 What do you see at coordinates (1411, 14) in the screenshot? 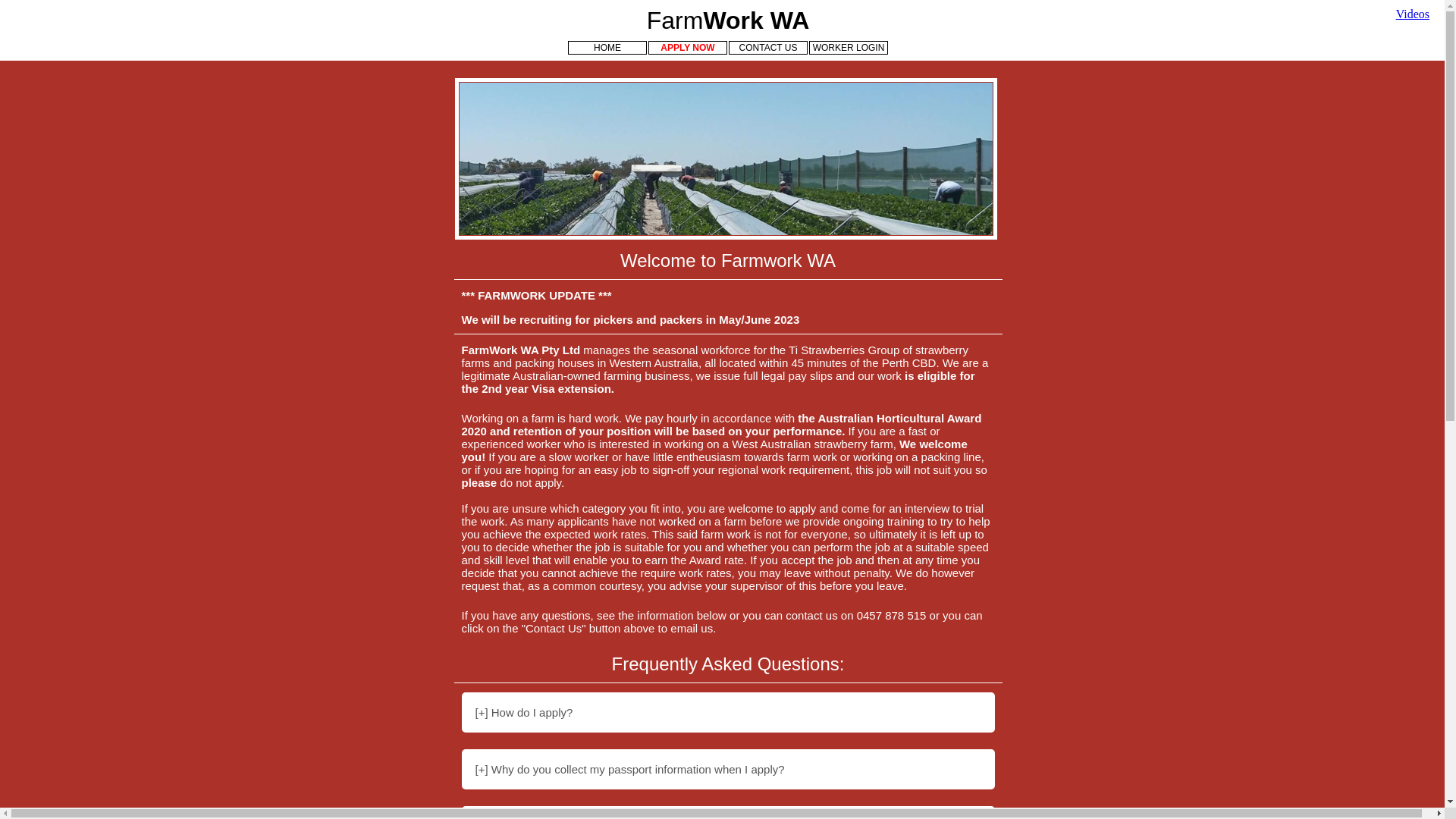
I see `'Videos'` at bounding box center [1411, 14].